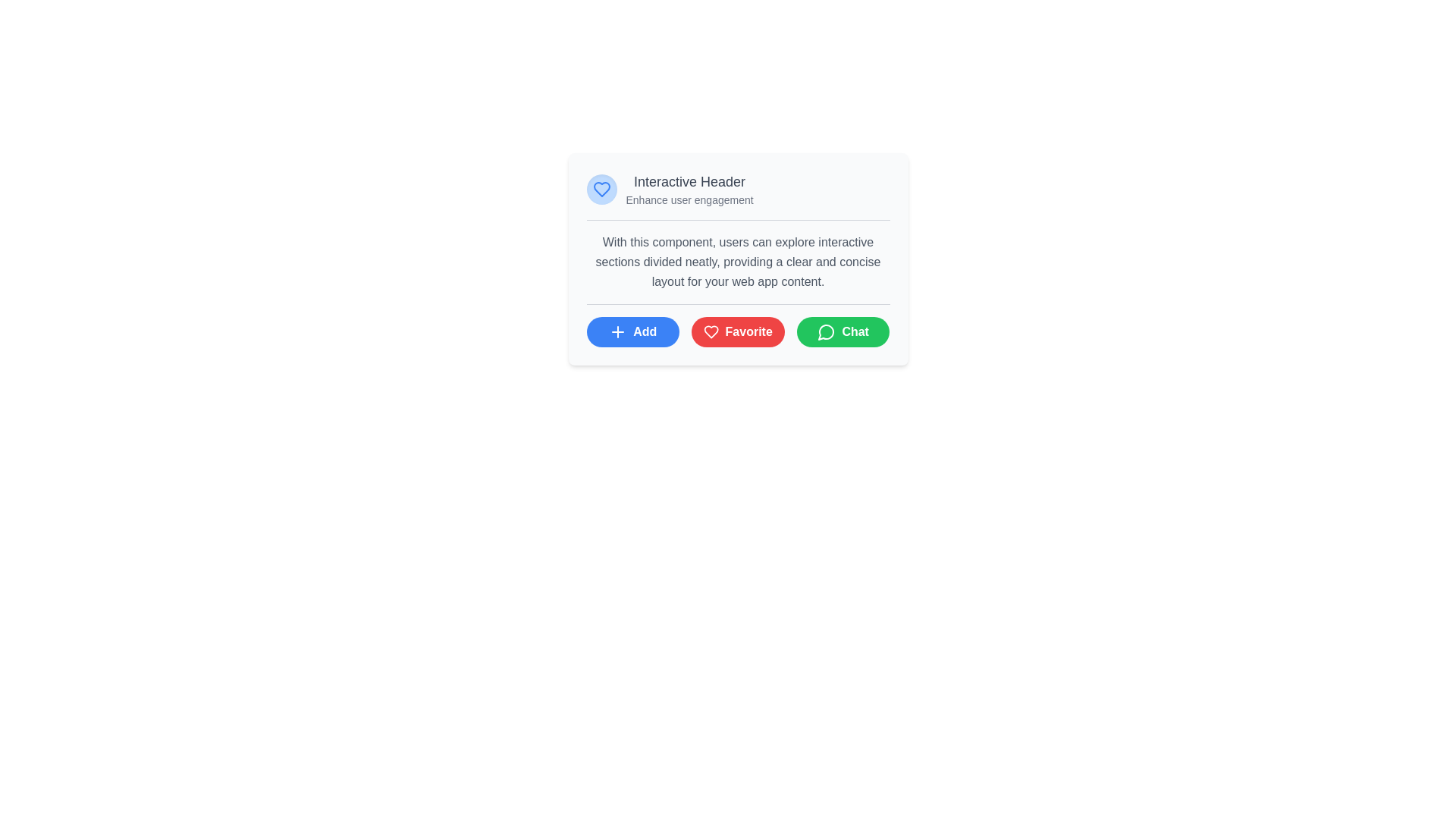 This screenshot has height=819, width=1456. I want to click on the heart icon representing the 'favorite' functionality located under the 'Interactive Header' label, so click(601, 189).